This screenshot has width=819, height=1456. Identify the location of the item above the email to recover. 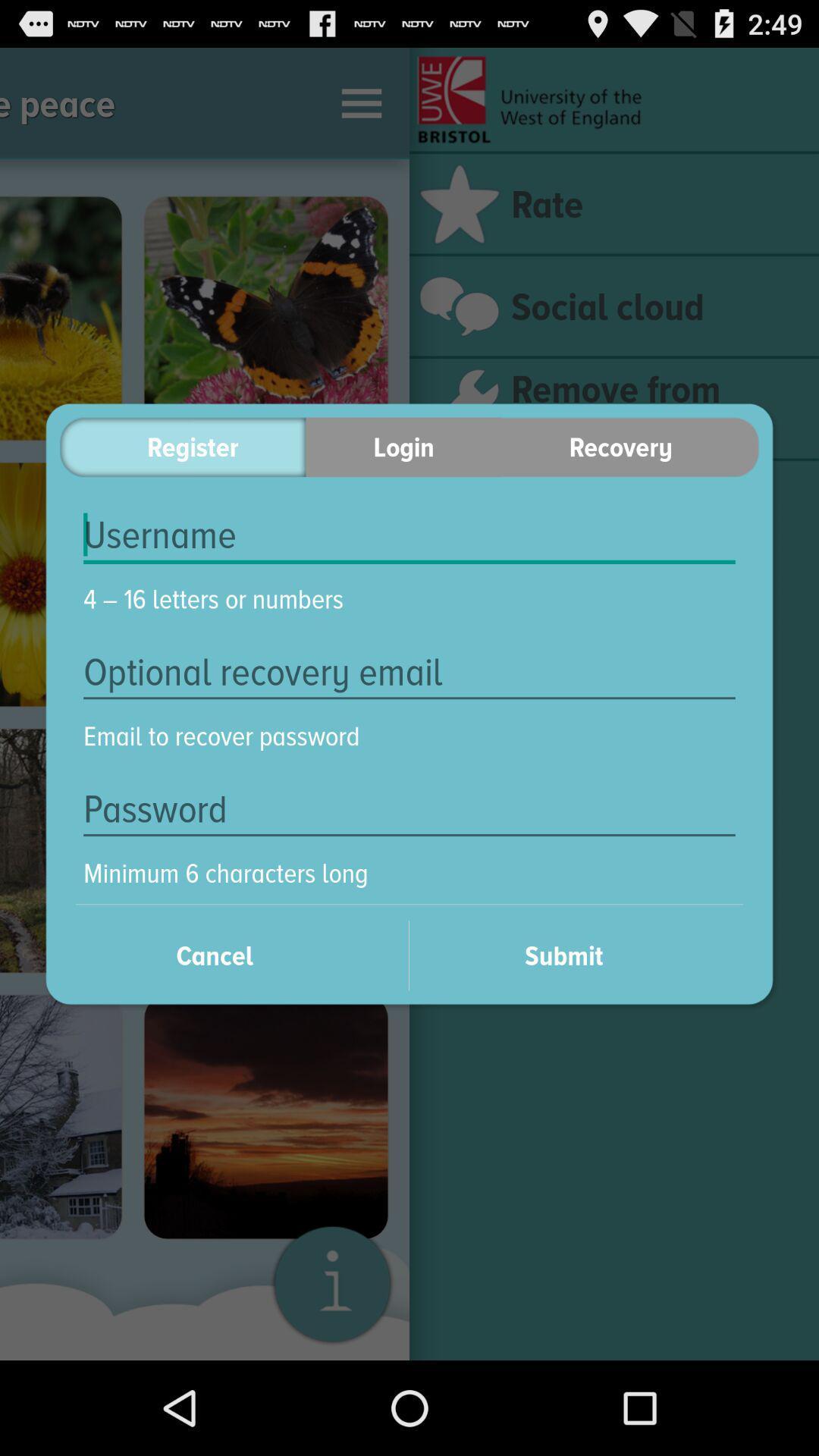
(409, 671).